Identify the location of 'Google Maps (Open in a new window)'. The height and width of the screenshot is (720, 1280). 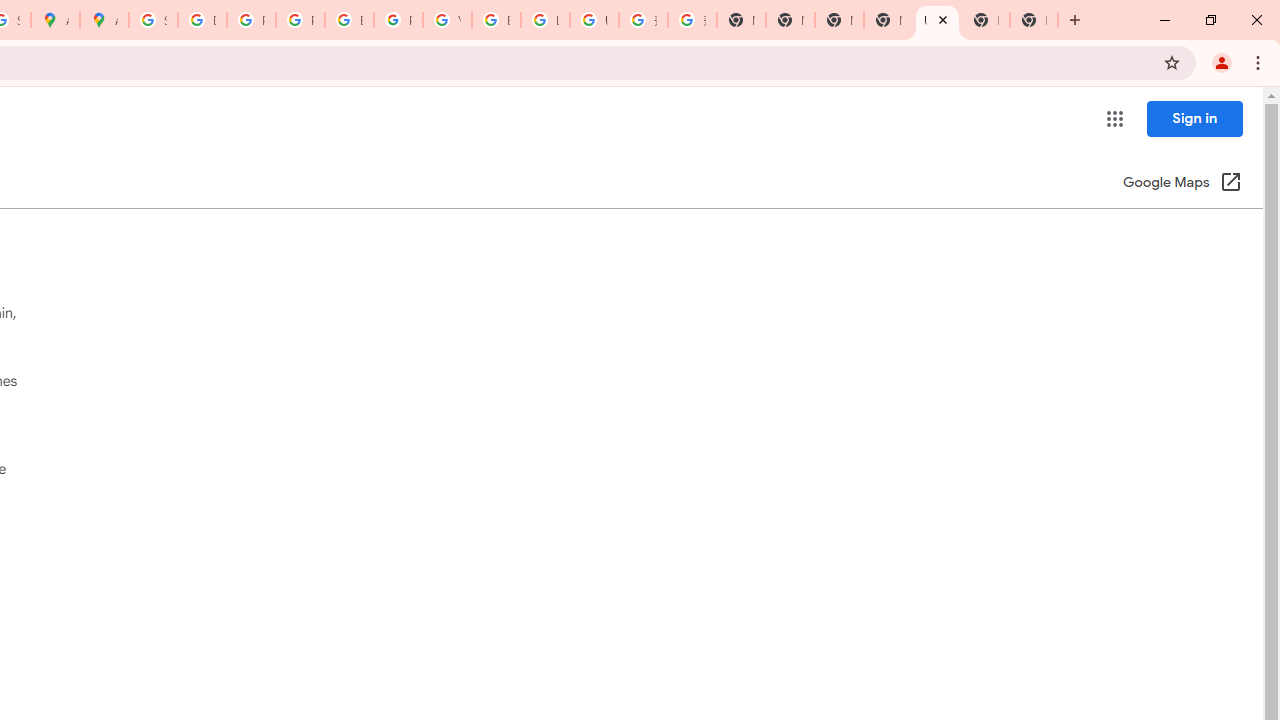
(1182, 183).